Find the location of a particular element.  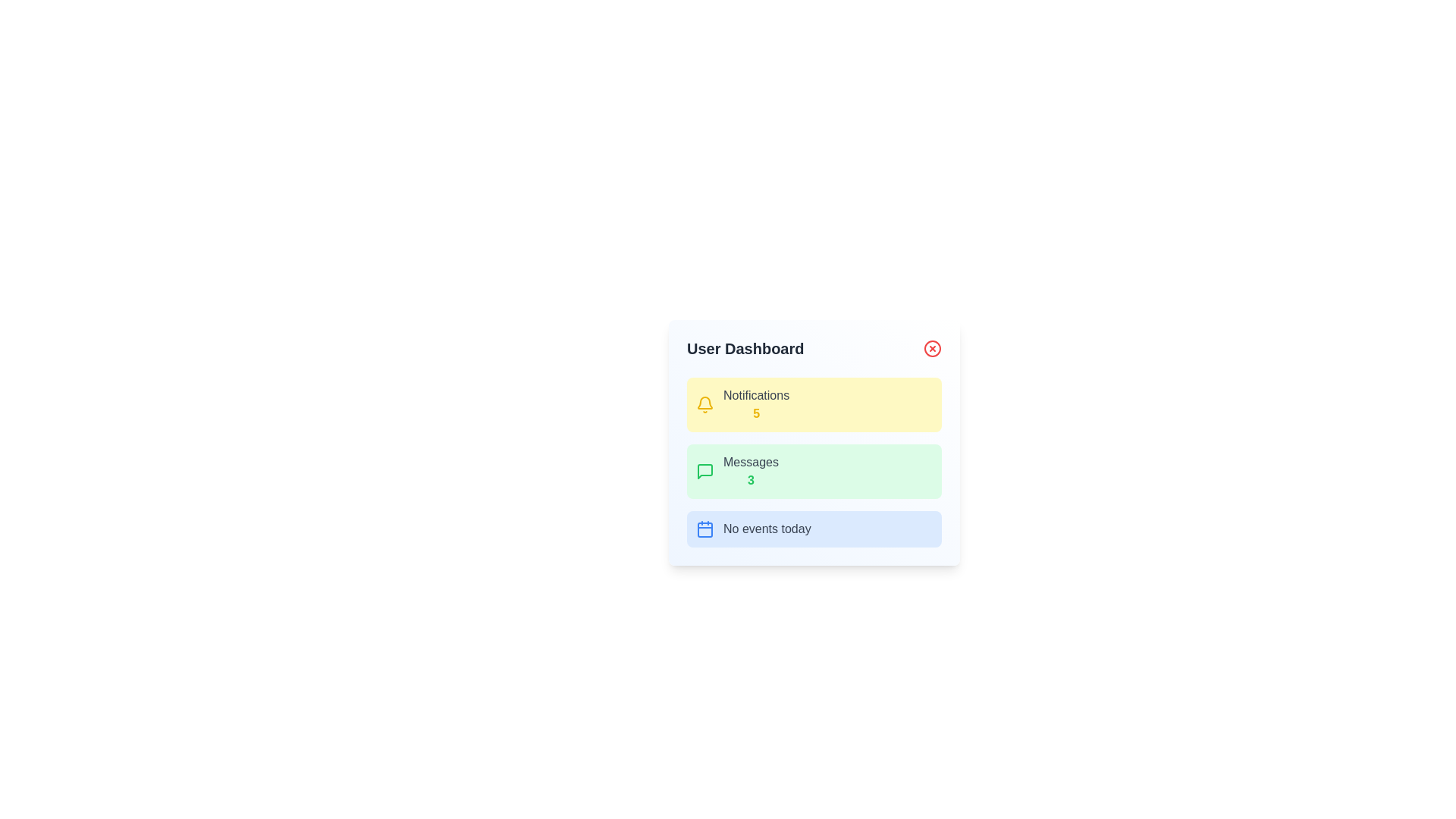

the Text label that informs the user about the absence of events scheduled for today, located in the 'No events today' section, next to a calendar icon is located at coordinates (767, 529).